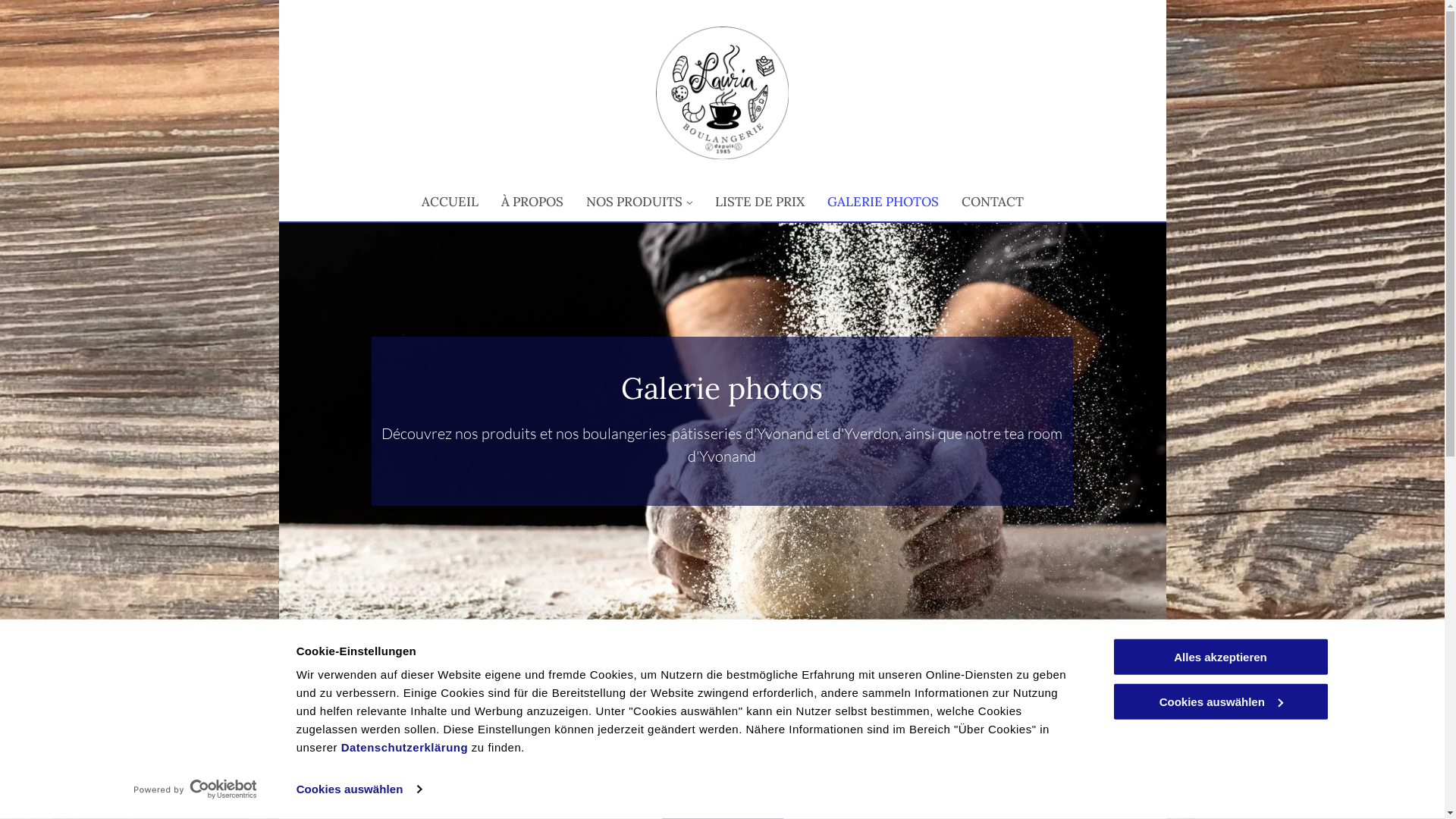 Image resolution: width=1456 pixels, height=819 pixels. What do you see at coordinates (883, 201) in the screenshot?
I see `'GALERIE PHOTOS'` at bounding box center [883, 201].